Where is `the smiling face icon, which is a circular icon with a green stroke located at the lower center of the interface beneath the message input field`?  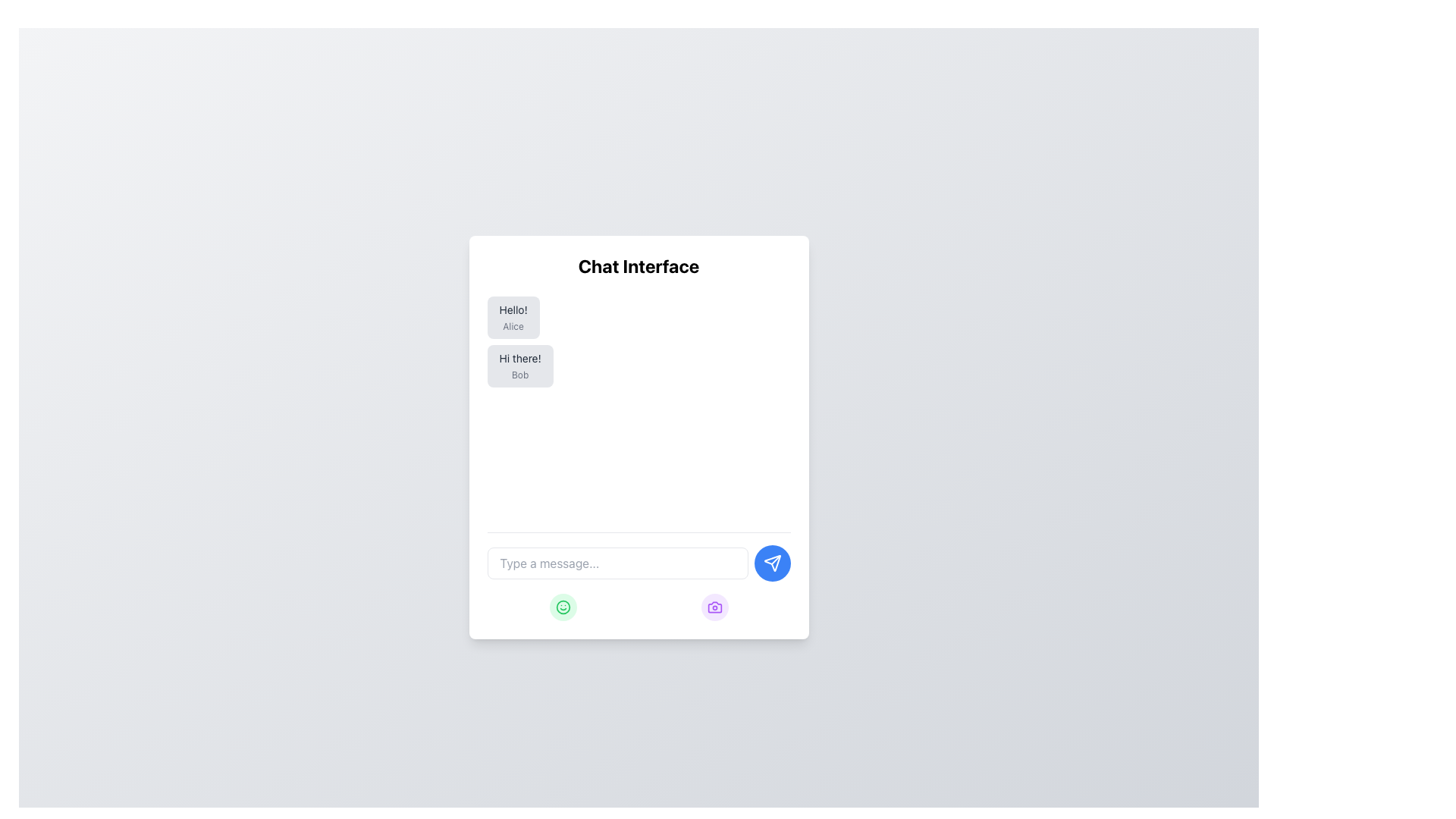
the smiling face icon, which is a circular icon with a green stroke located at the lower center of the interface beneath the message input field is located at coordinates (562, 607).